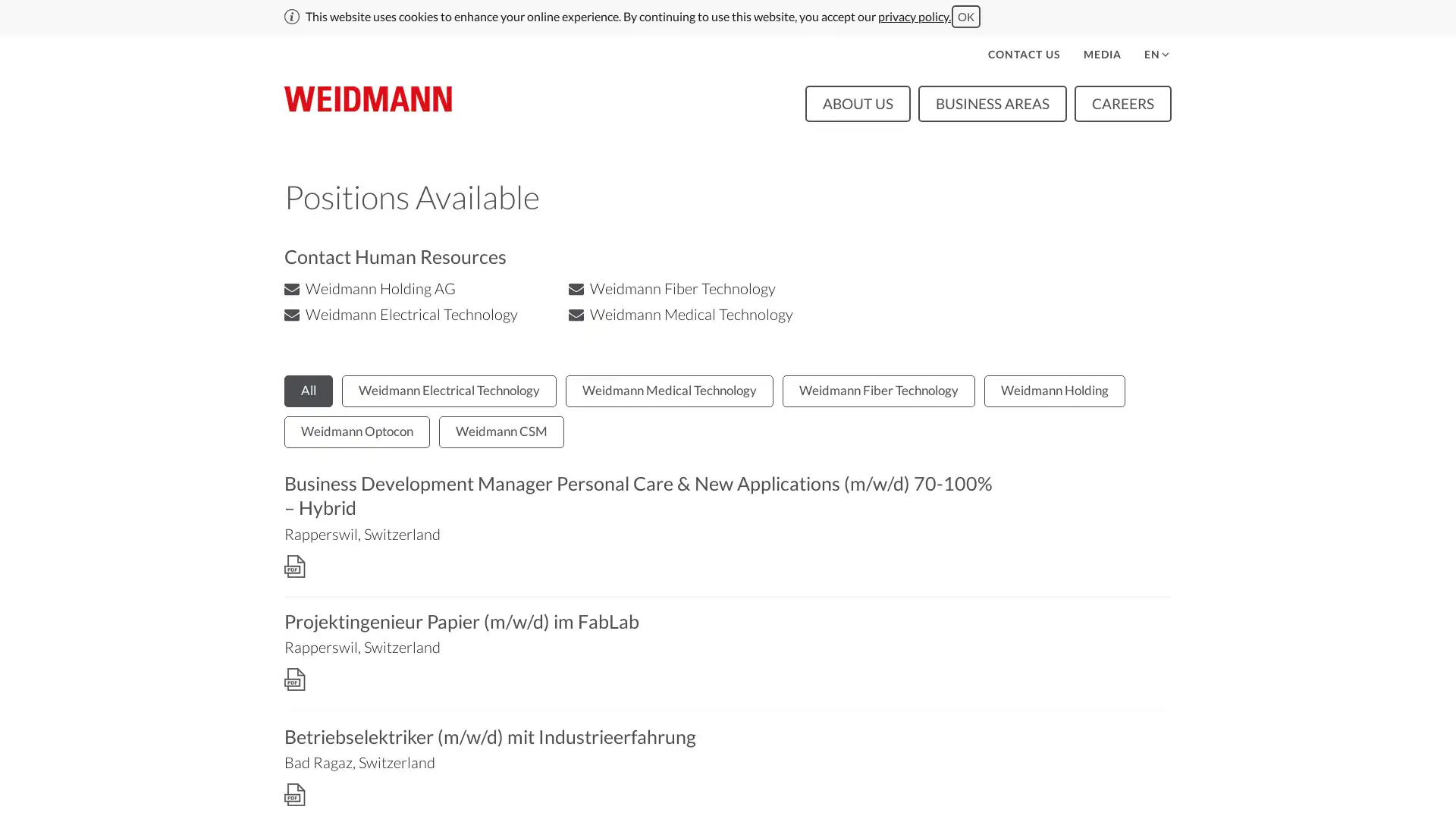 The width and height of the screenshot is (1456, 819). I want to click on Weidmann Electrical Technology, so click(448, 356).